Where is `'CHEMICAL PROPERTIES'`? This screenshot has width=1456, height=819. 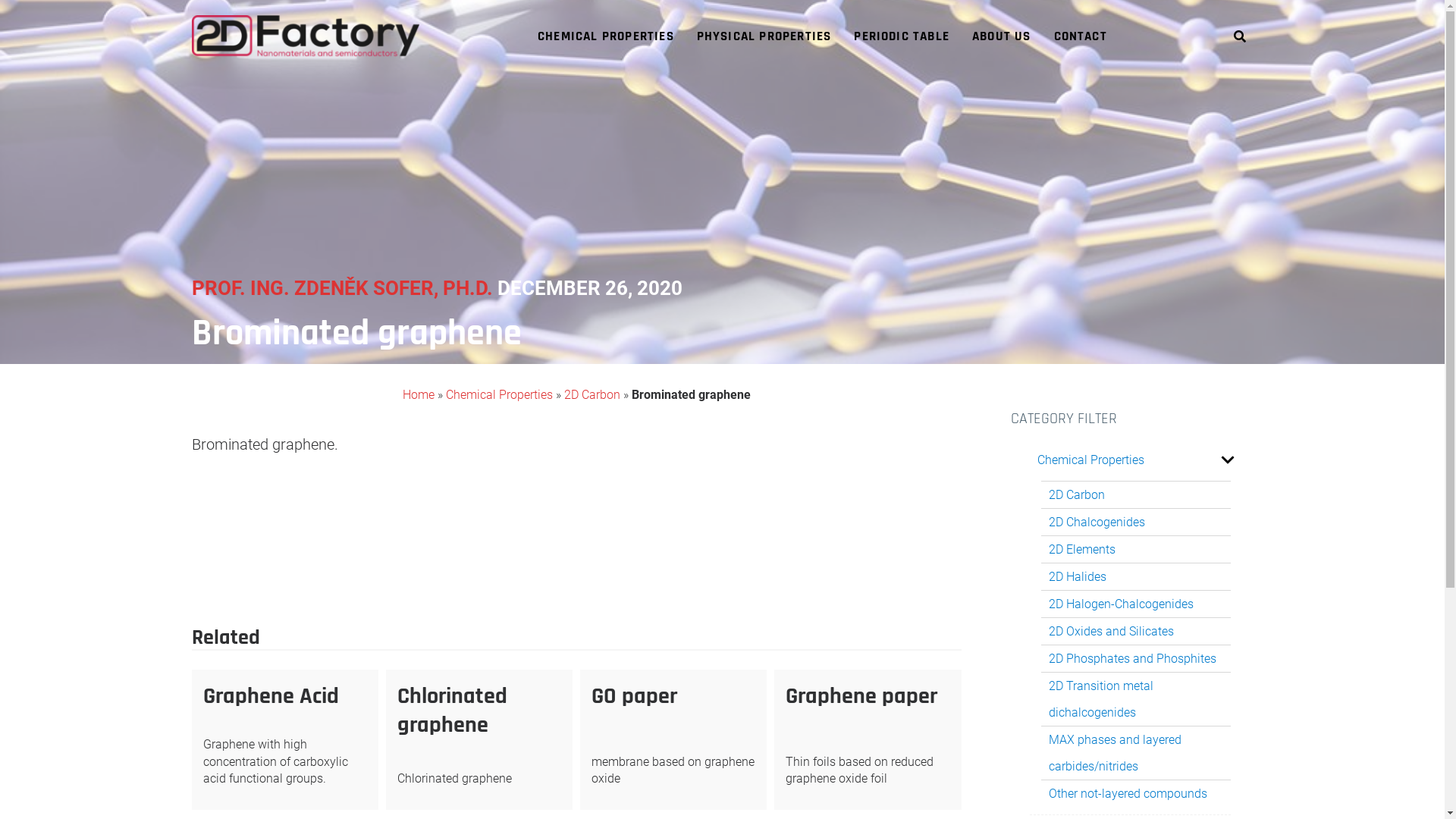 'CHEMICAL PROPERTIES' is located at coordinates (604, 36).